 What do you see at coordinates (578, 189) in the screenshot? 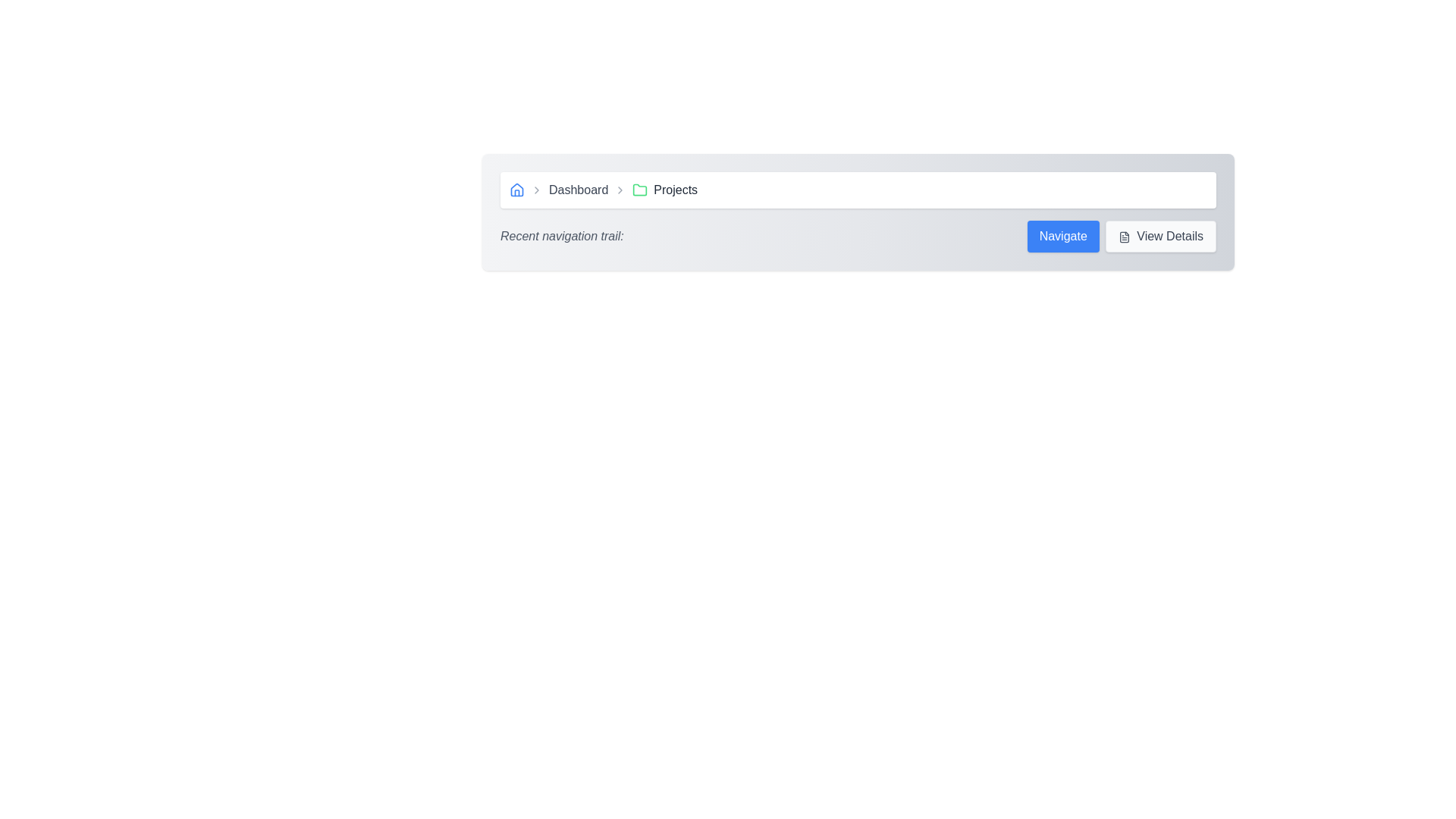
I see `the 'Dashboard' text label in the breadcrumb navigation bar, which is styled in gray and positioned between the 'Home' icon and the 'Projects' label` at bounding box center [578, 189].